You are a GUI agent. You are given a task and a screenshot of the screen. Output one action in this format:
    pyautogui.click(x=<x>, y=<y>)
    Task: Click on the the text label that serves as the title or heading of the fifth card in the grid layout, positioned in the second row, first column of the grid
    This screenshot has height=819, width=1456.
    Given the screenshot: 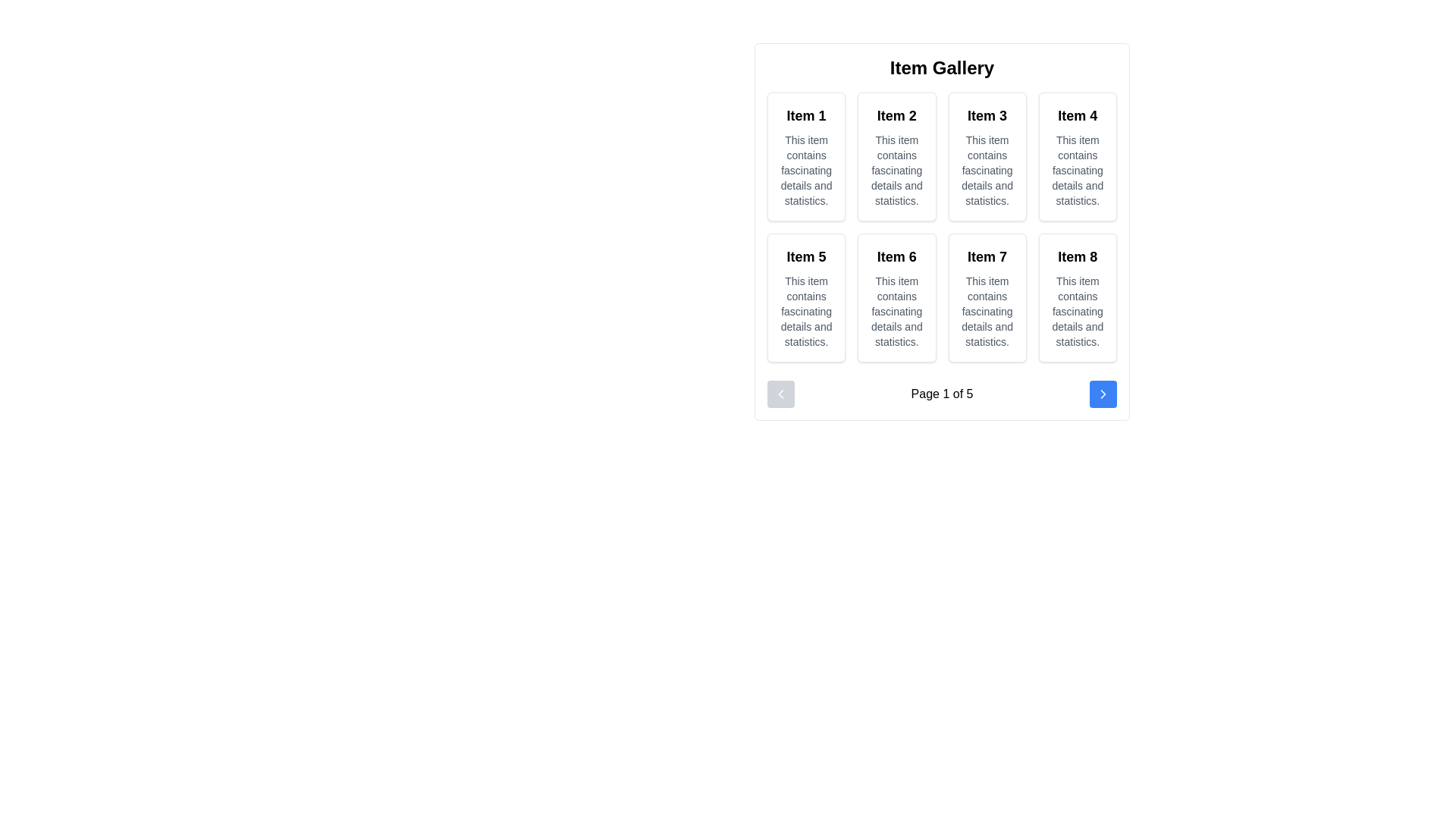 What is the action you would take?
    pyautogui.click(x=805, y=256)
    